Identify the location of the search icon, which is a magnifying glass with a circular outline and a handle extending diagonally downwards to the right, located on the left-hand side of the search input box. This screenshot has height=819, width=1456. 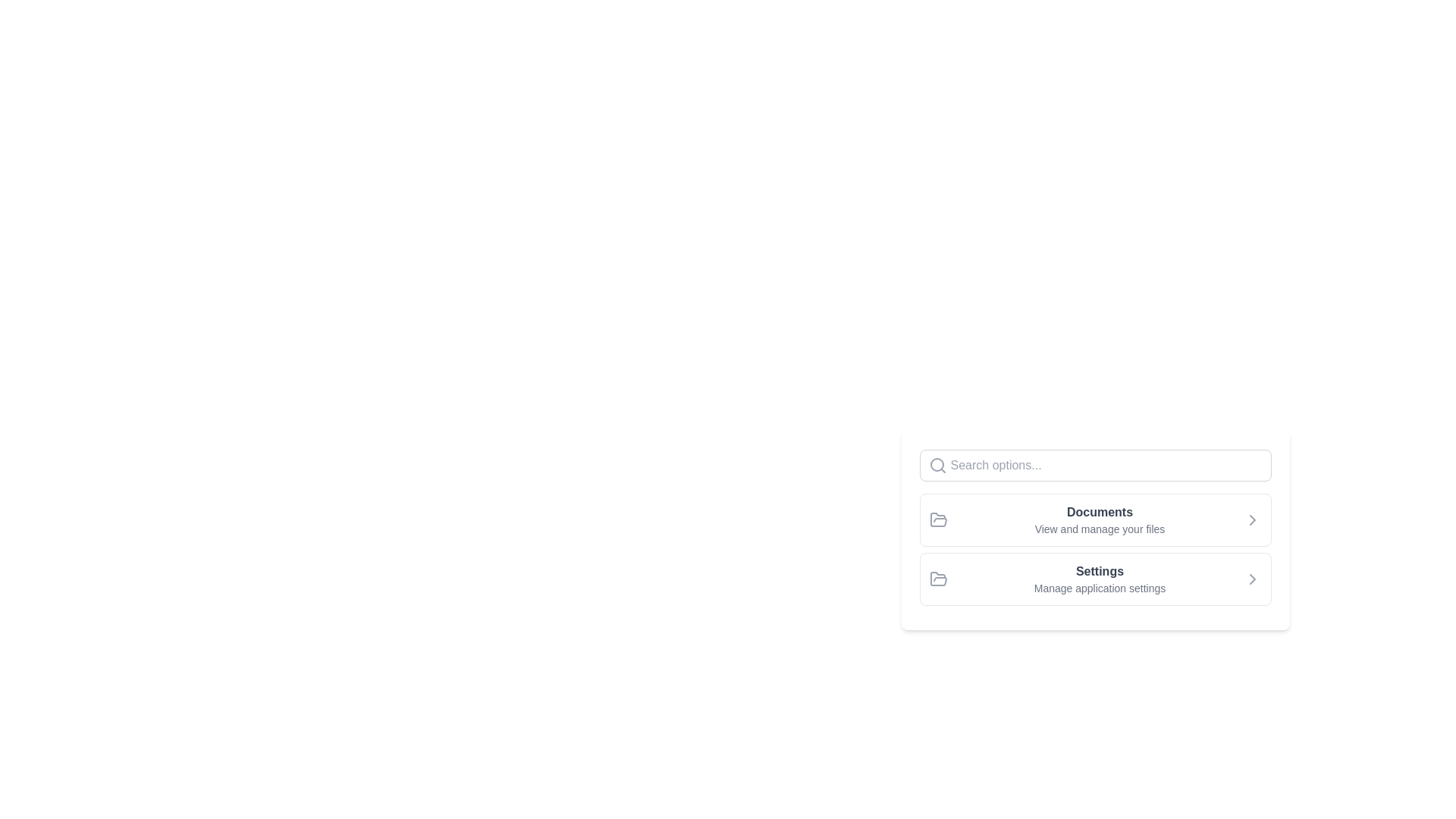
(937, 464).